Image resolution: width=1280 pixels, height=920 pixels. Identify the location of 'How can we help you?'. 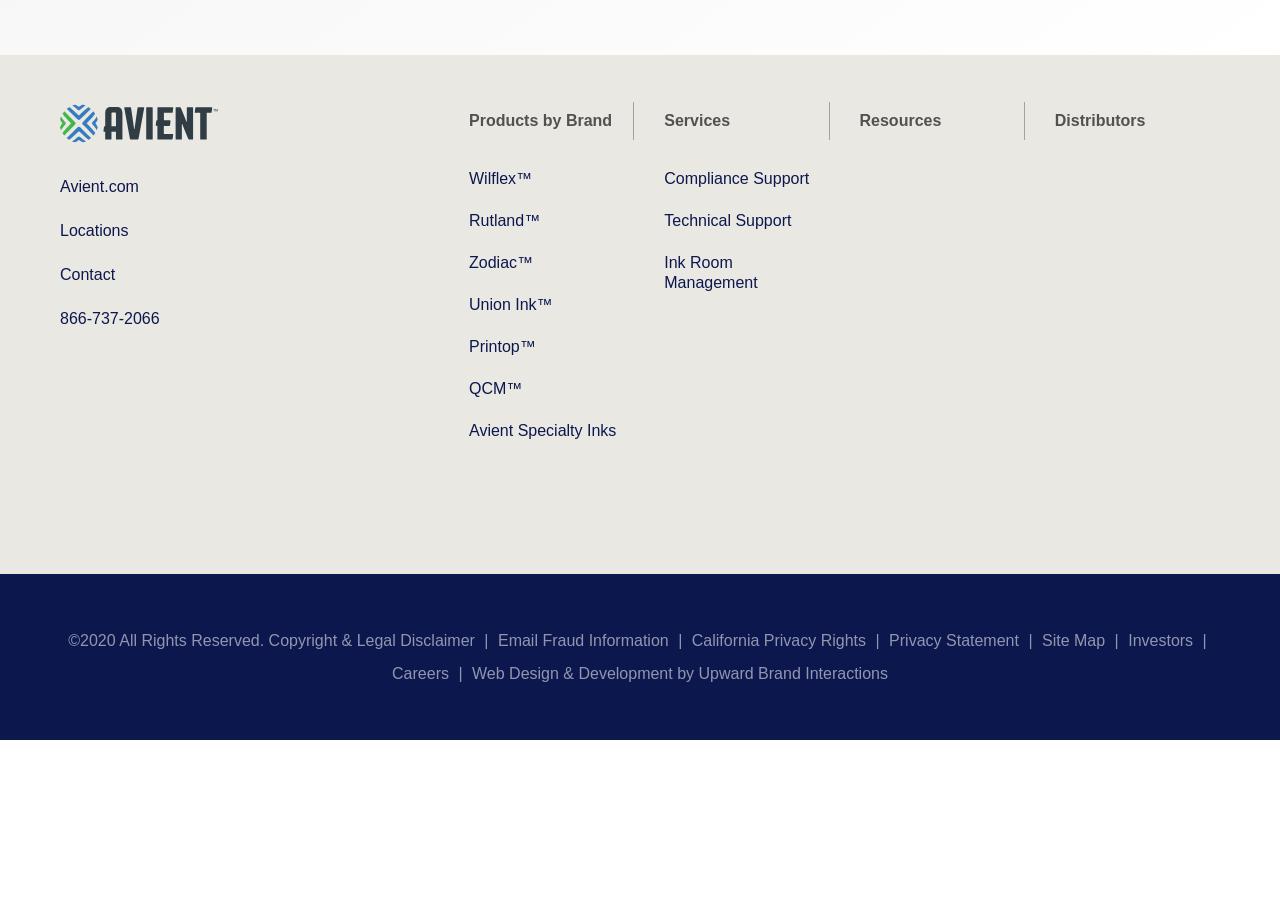
(98, 821).